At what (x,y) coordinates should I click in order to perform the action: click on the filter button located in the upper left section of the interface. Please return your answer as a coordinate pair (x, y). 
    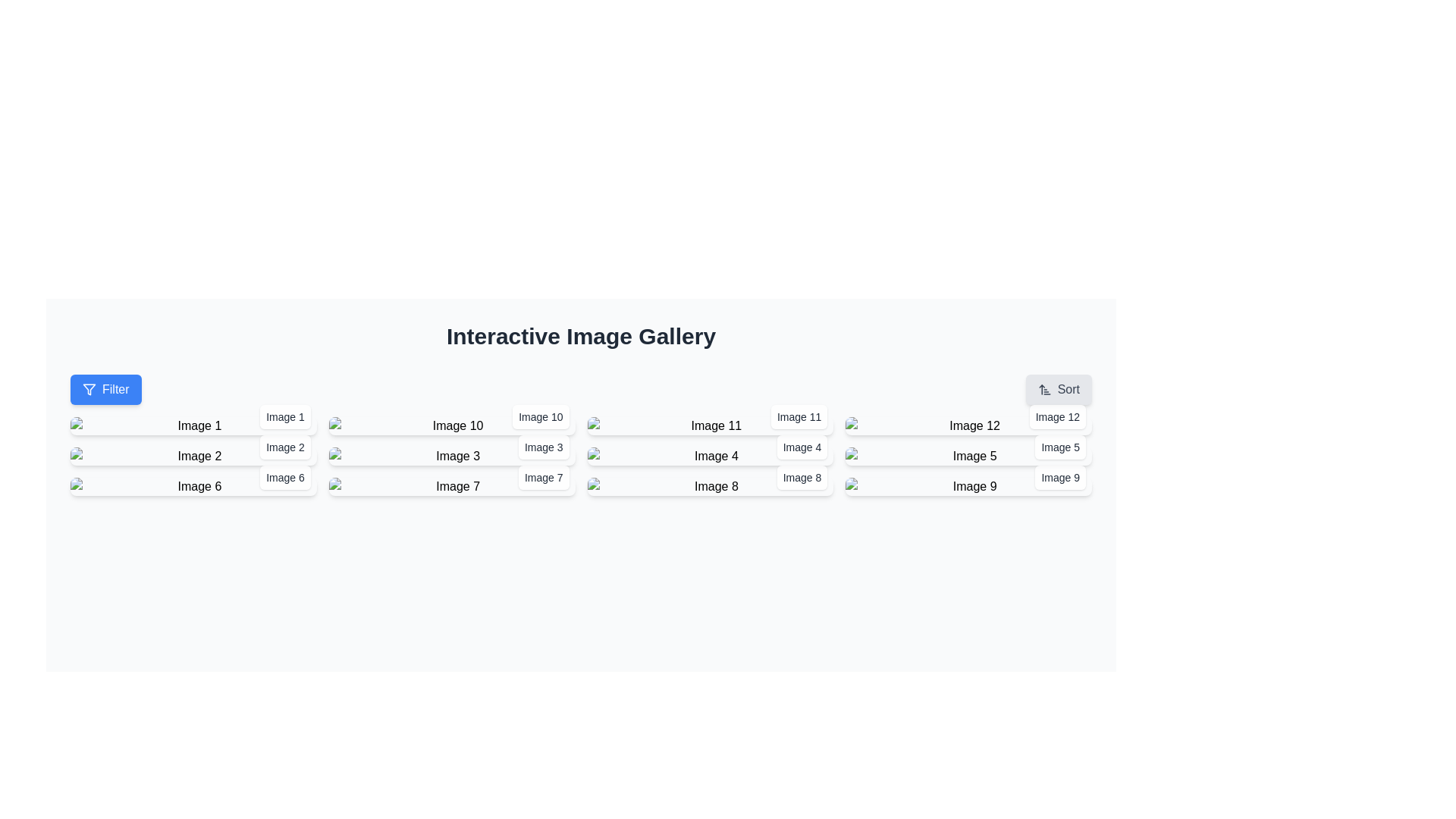
    Looking at the image, I should click on (105, 388).